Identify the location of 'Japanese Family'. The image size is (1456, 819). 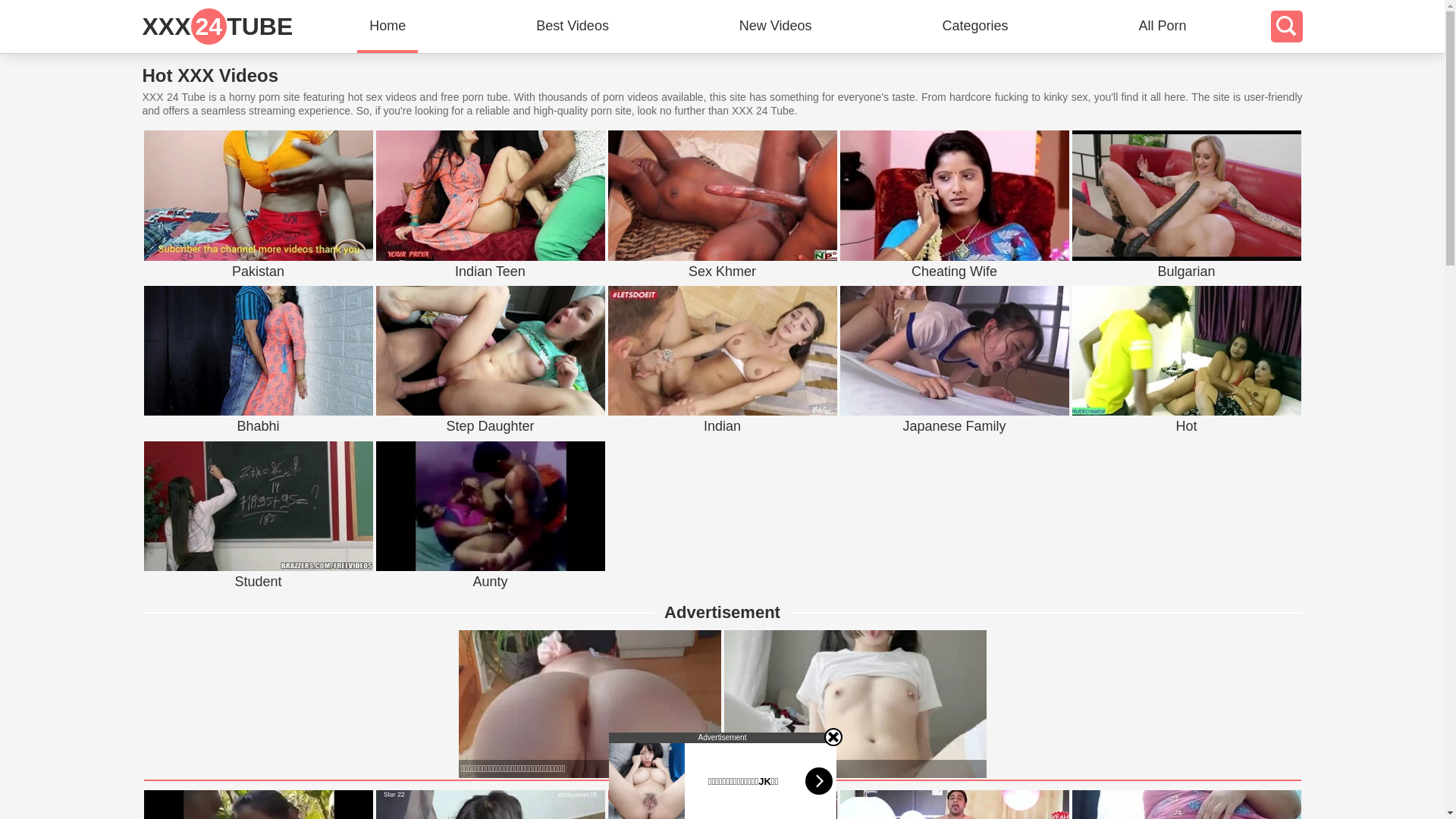
(953, 350).